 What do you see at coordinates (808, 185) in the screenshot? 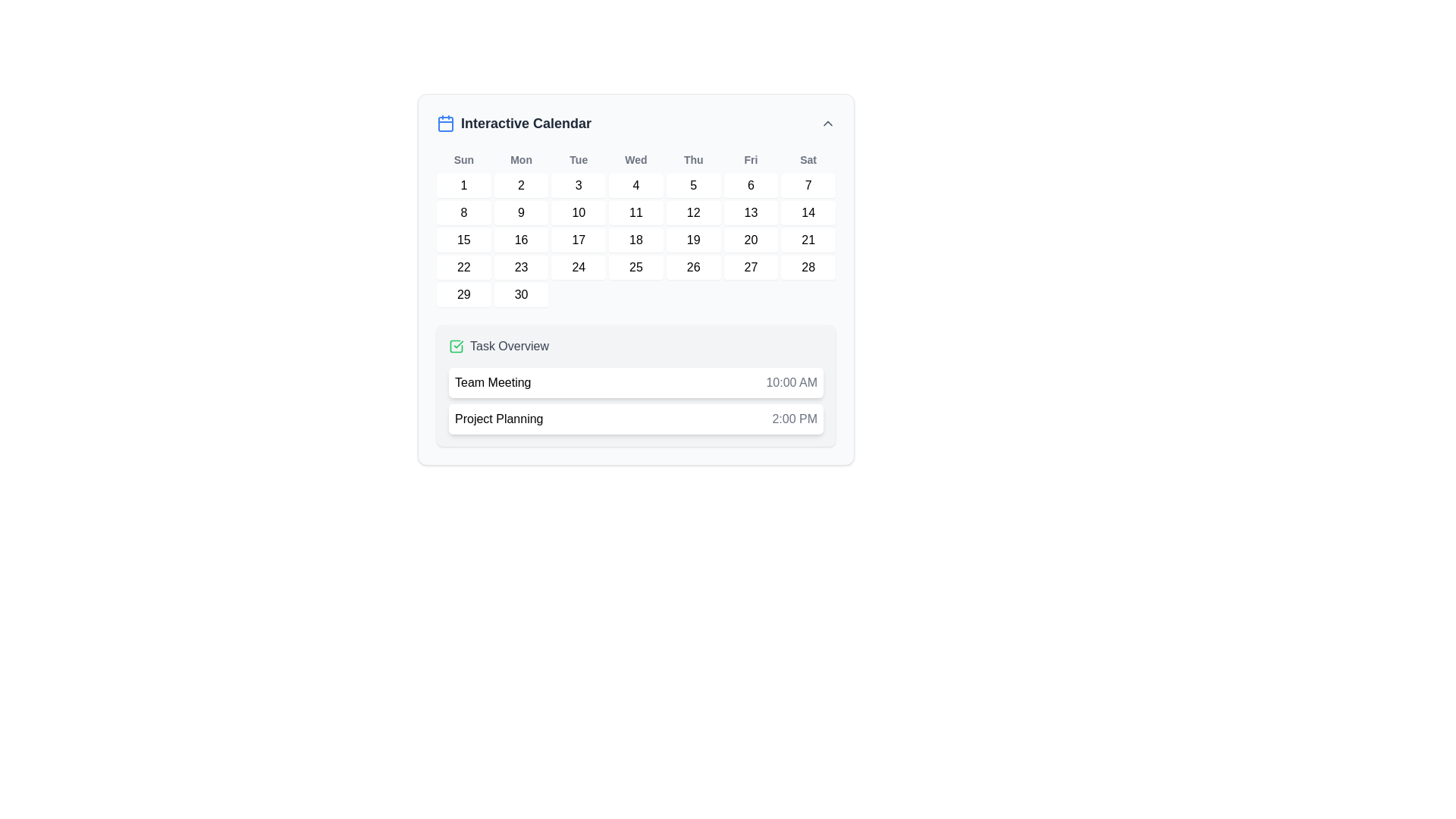
I see `the square-shaped button with a white background and the bold number '7' centered on it` at bounding box center [808, 185].